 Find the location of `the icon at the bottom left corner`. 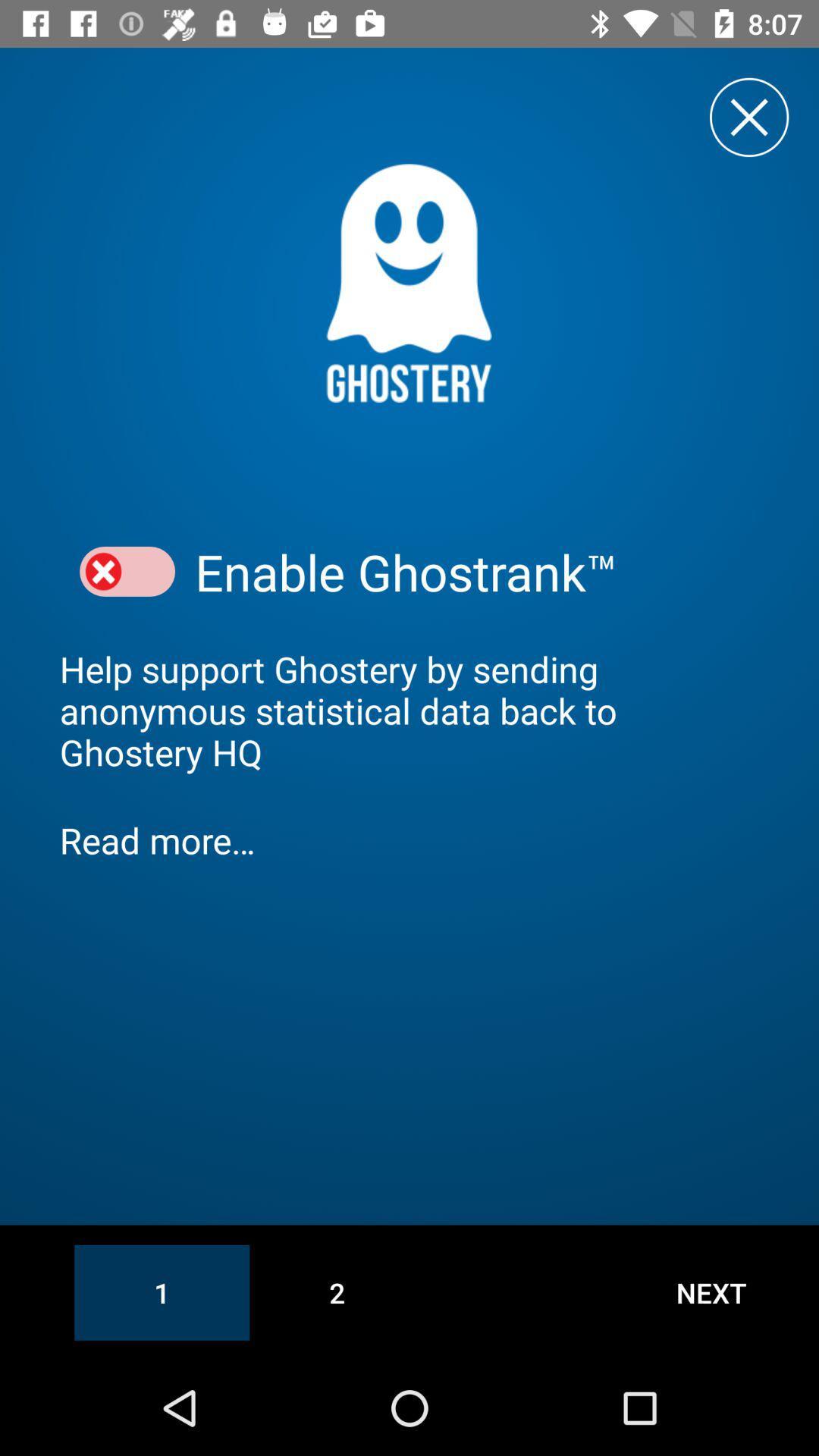

the icon at the bottom left corner is located at coordinates (162, 1291).